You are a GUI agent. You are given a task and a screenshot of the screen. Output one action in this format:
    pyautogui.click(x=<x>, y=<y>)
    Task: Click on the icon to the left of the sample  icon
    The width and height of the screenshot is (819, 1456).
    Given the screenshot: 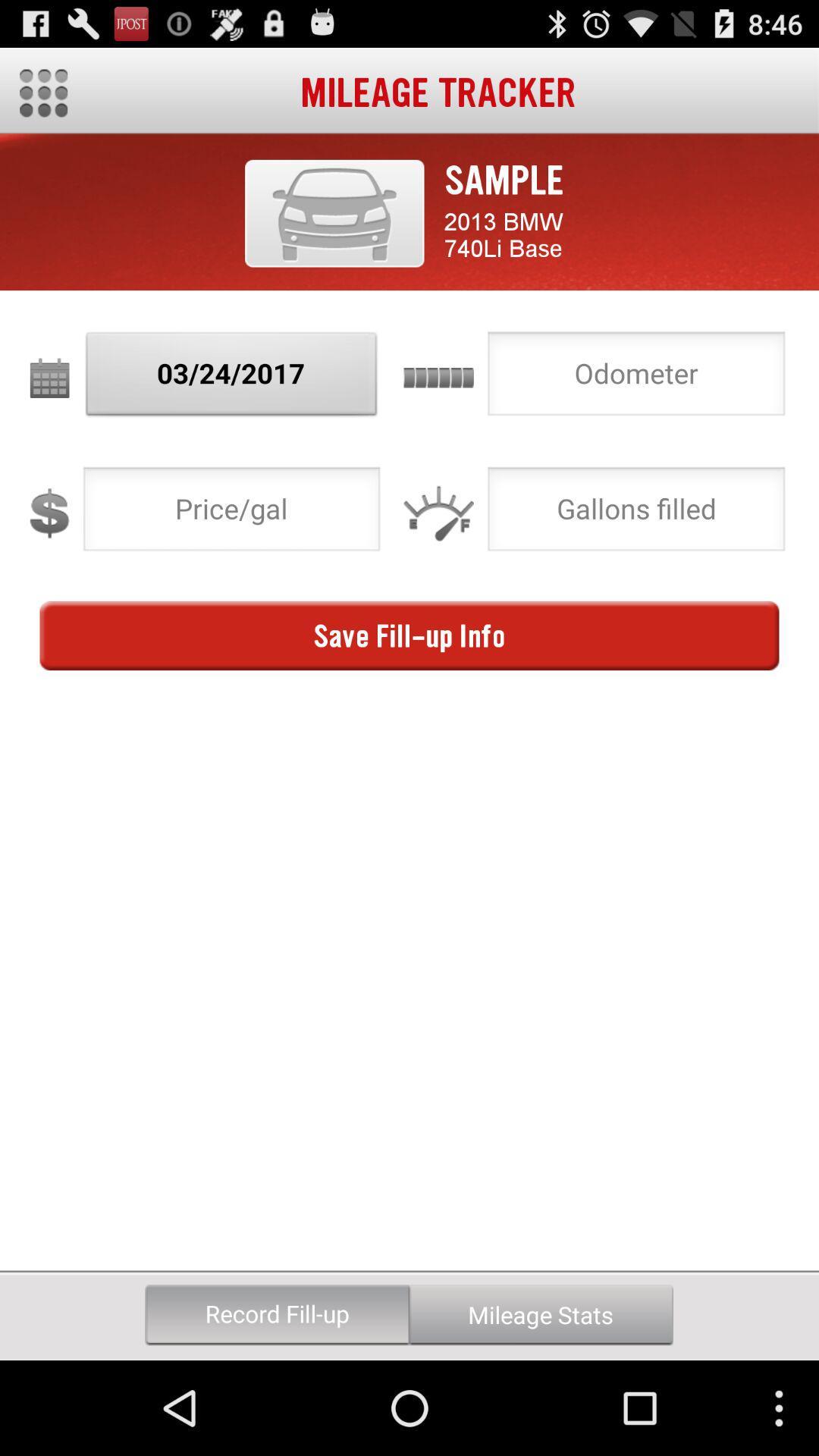 What is the action you would take?
    pyautogui.click(x=334, y=212)
    